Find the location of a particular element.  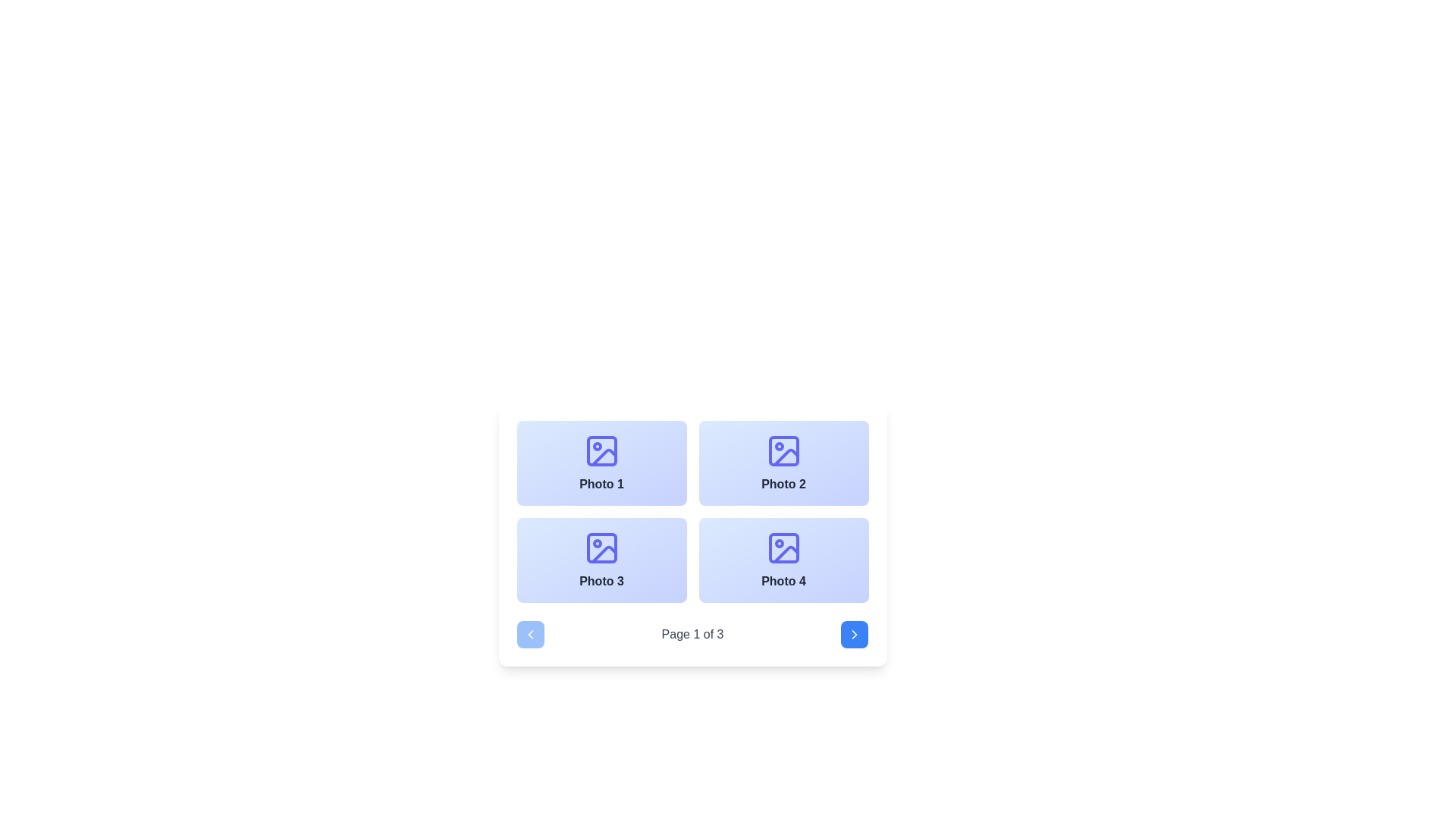

the text-based label displaying the current page number, which is styled with a plain gray font and located at the bottom center of the pagination section is located at coordinates (692, 635).